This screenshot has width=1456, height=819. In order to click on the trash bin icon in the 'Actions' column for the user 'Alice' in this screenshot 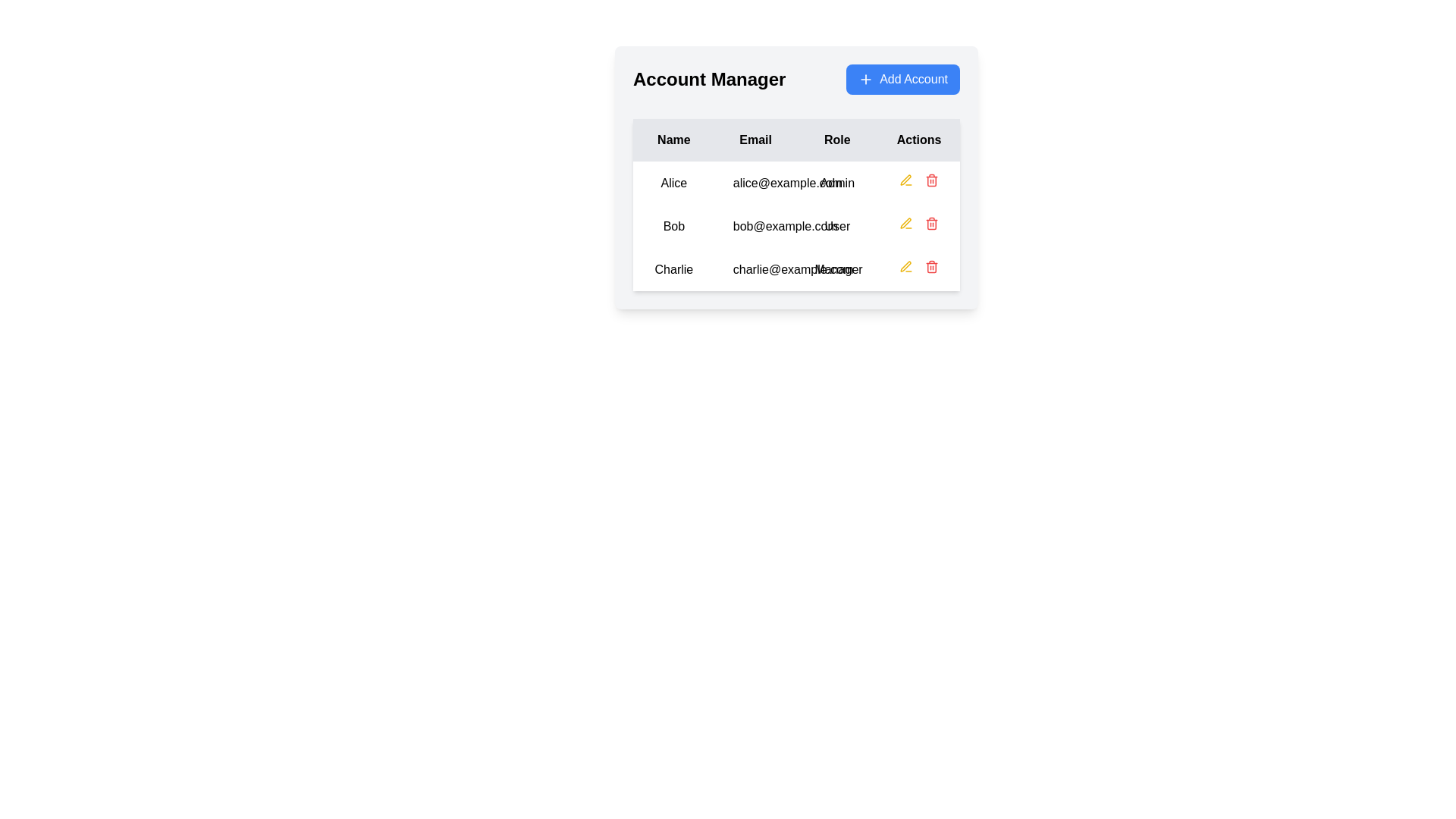, I will do `click(918, 182)`.